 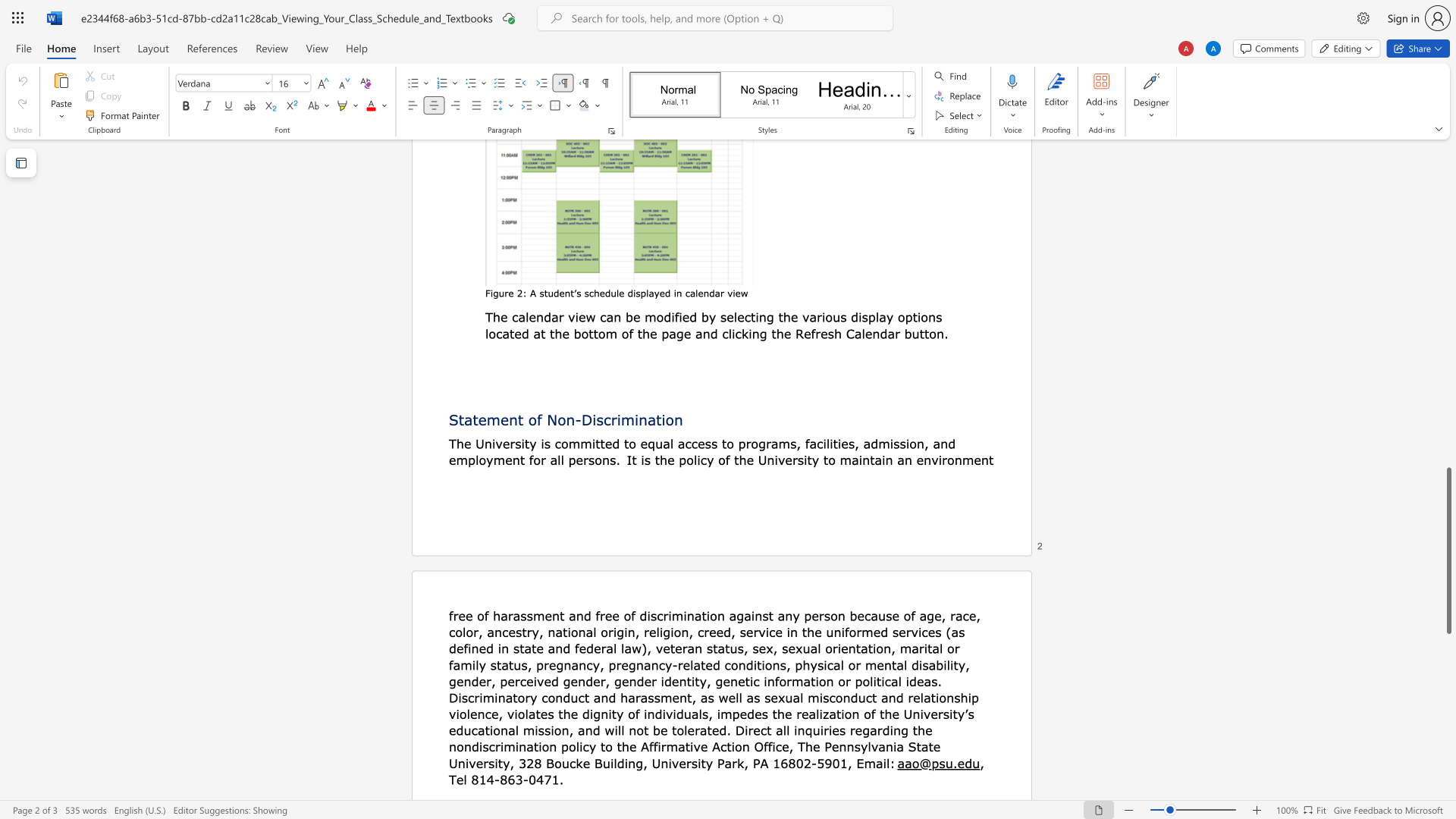 I want to click on the page's right scrollbar for upward movement, so click(x=1448, y=265).